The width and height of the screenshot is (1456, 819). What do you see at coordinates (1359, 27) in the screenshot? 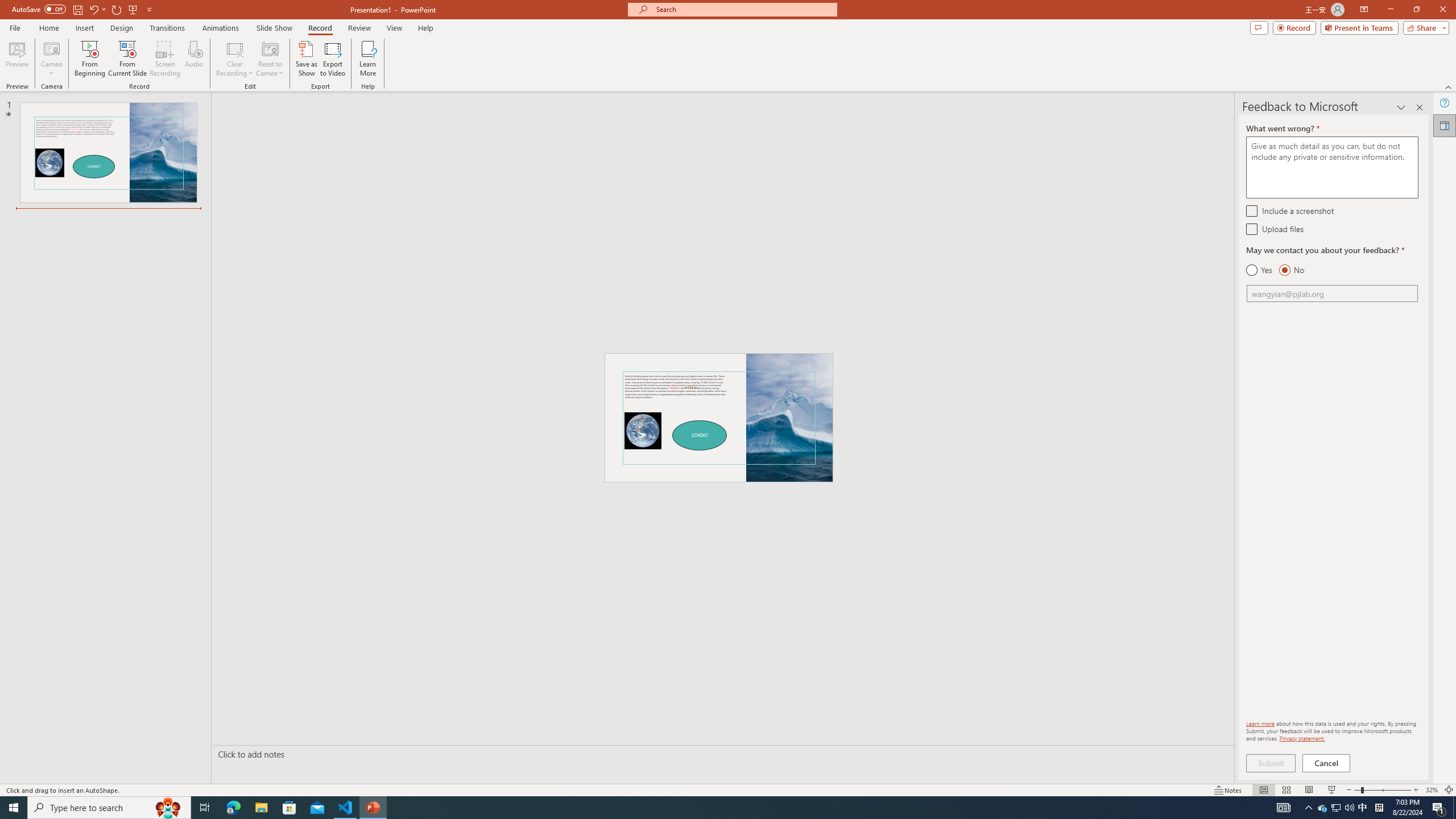
I see `'Present in Teams'` at bounding box center [1359, 27].